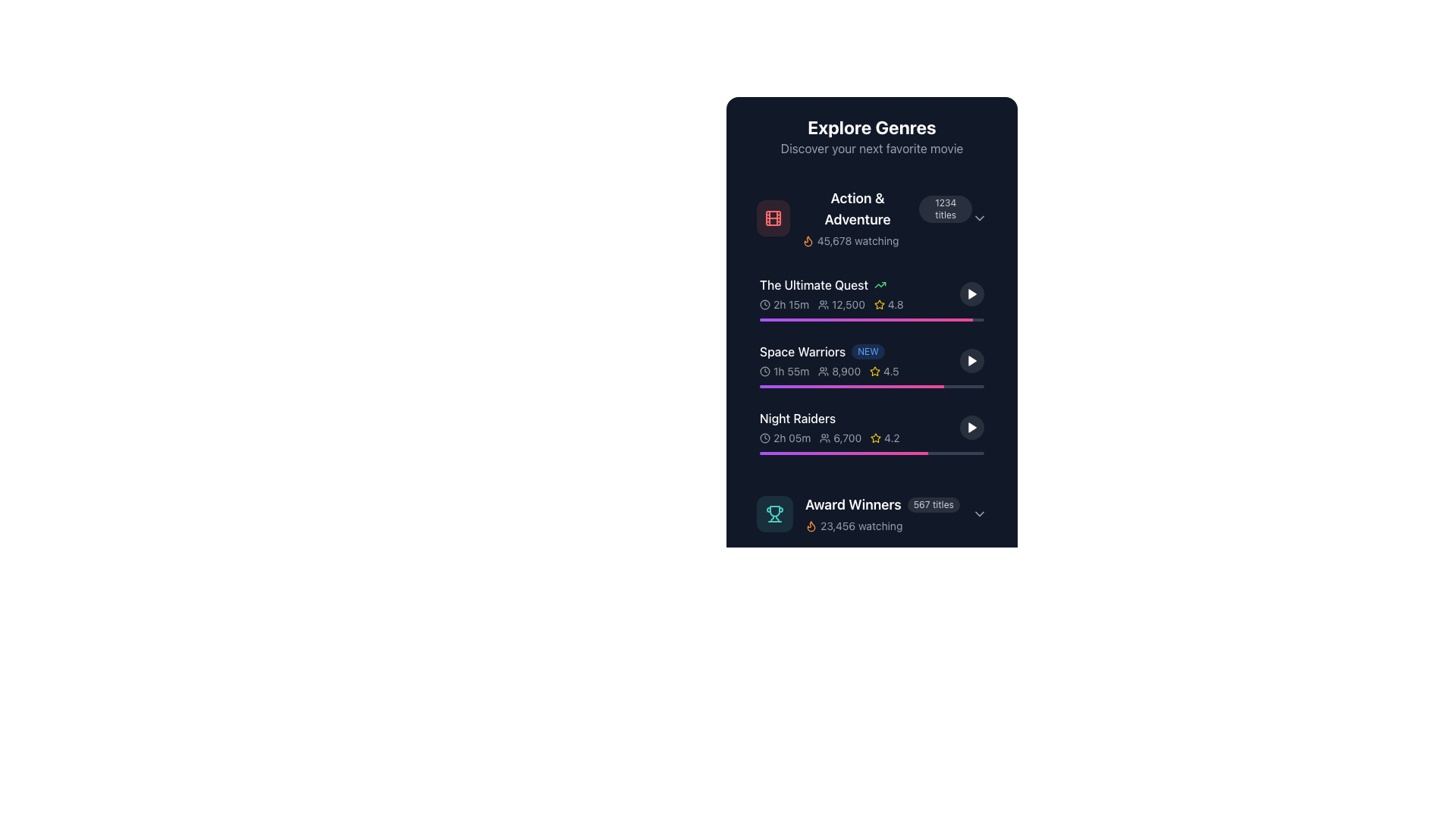 This screenshot has height=819, width=1456. I want to click on the visual progress bar indicator for the 'Night Raiders' section, which fills approximately three-quarters of the horizontal space, so click(843, 452).